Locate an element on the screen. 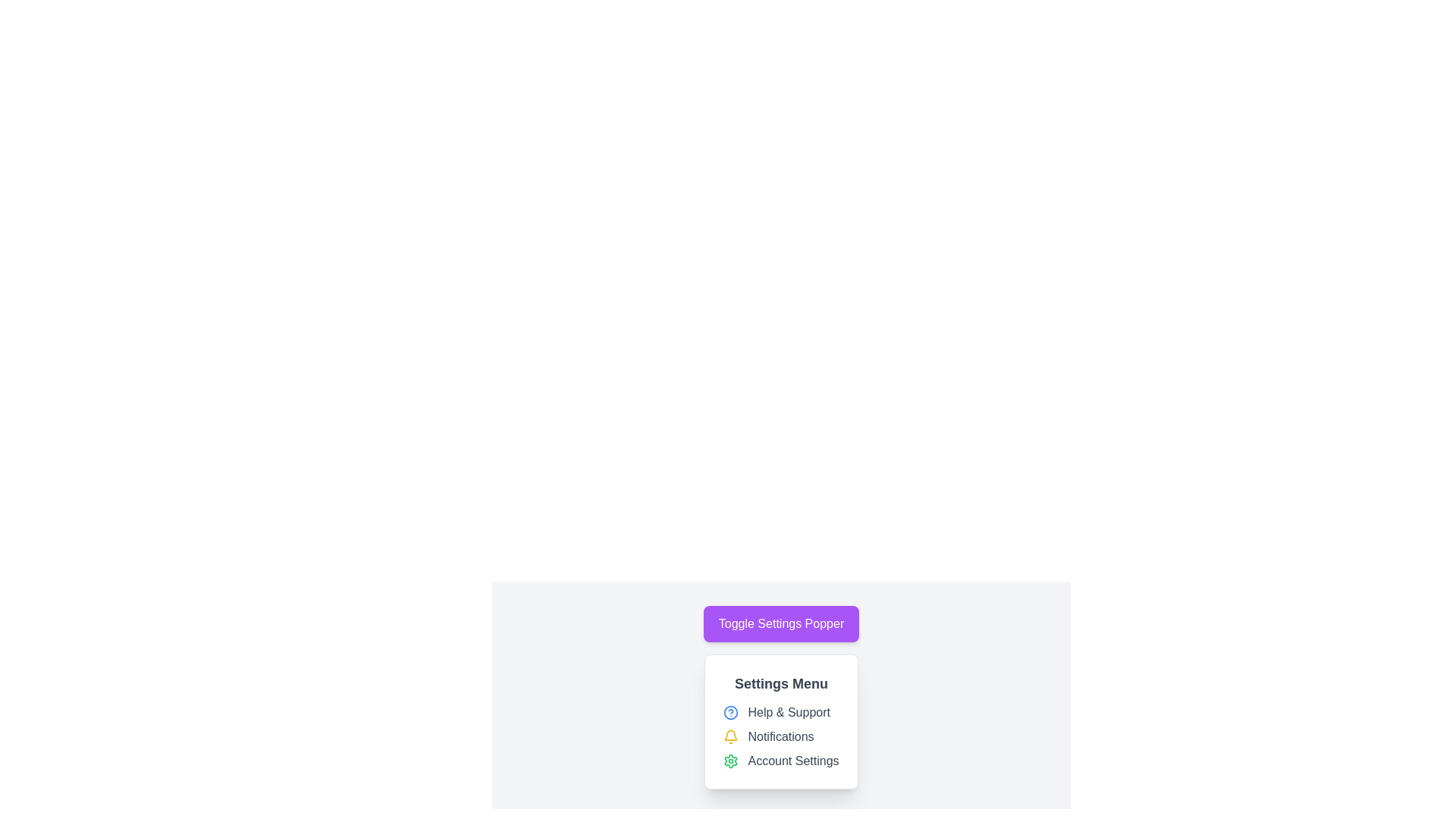 This screenshot has width=1456, height=819. the static text label displaying 'Notifications' in dark gray, located underneath 'Settings Menu' within a minimalistic user interface is located at coordinates (781, 736).